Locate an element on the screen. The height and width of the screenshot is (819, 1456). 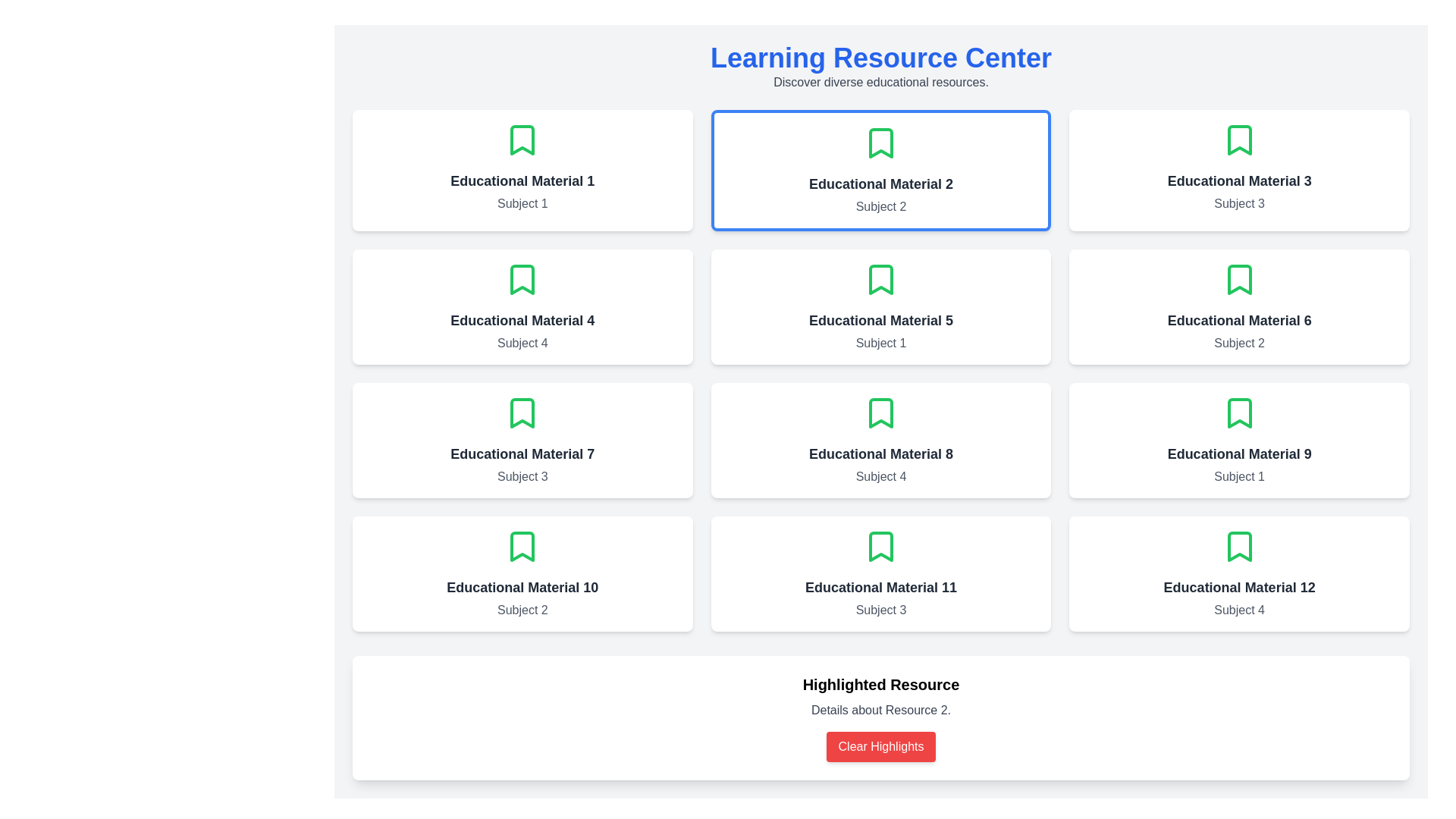
the SVG icon that serves as a visual indicator or marker for resource or bookmark functionality located within the card titled 'Educational Material 9', in the third row and third column of a 4x3 grid layout is located at coordinates (1239, 413).